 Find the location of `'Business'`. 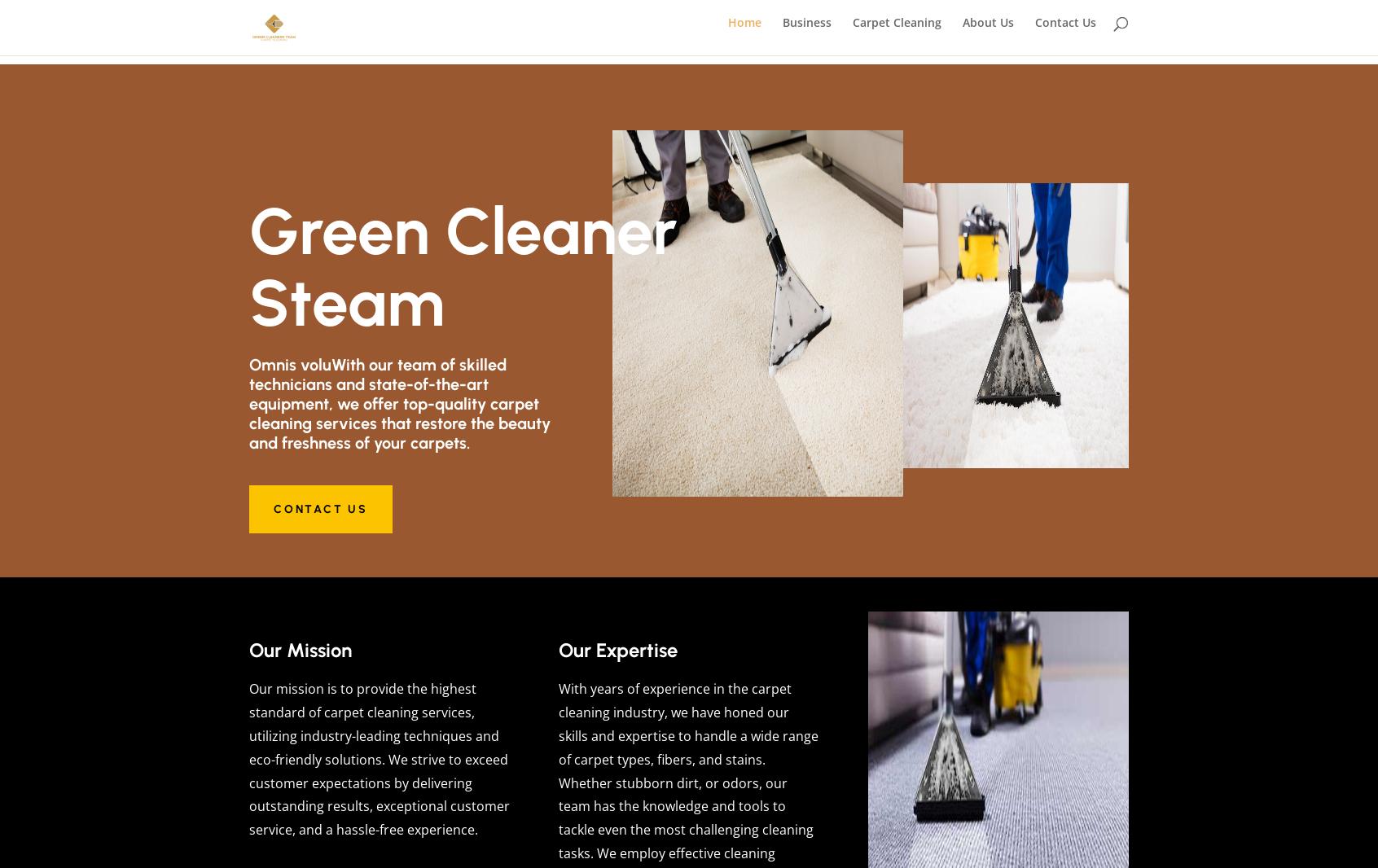

'Business' is located at coordinates (783, 31).